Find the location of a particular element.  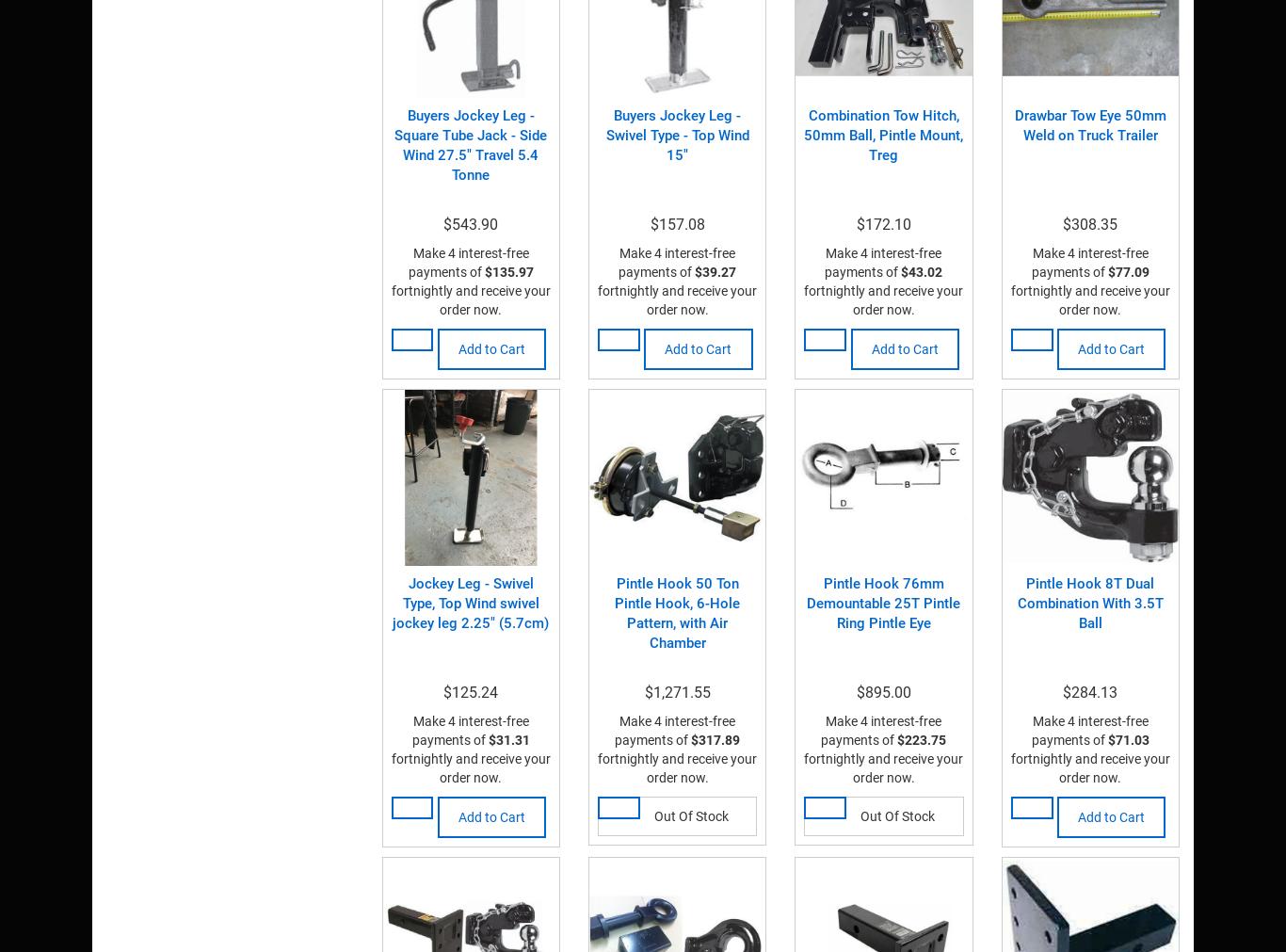

'$43.02' is located at coordinates (922, 271).